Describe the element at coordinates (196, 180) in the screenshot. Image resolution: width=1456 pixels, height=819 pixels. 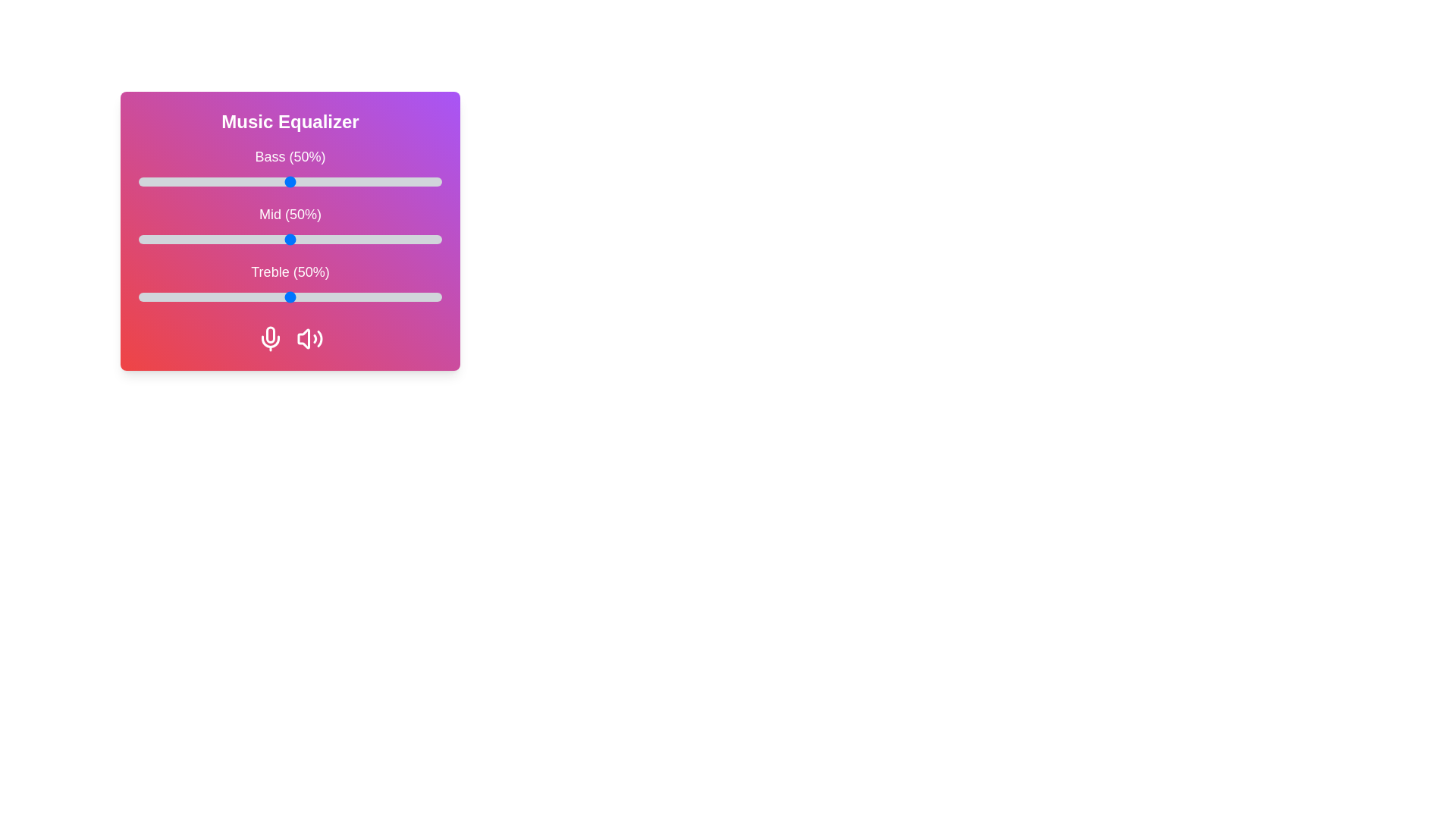
I see `the 0 slider to 19%` at that location.